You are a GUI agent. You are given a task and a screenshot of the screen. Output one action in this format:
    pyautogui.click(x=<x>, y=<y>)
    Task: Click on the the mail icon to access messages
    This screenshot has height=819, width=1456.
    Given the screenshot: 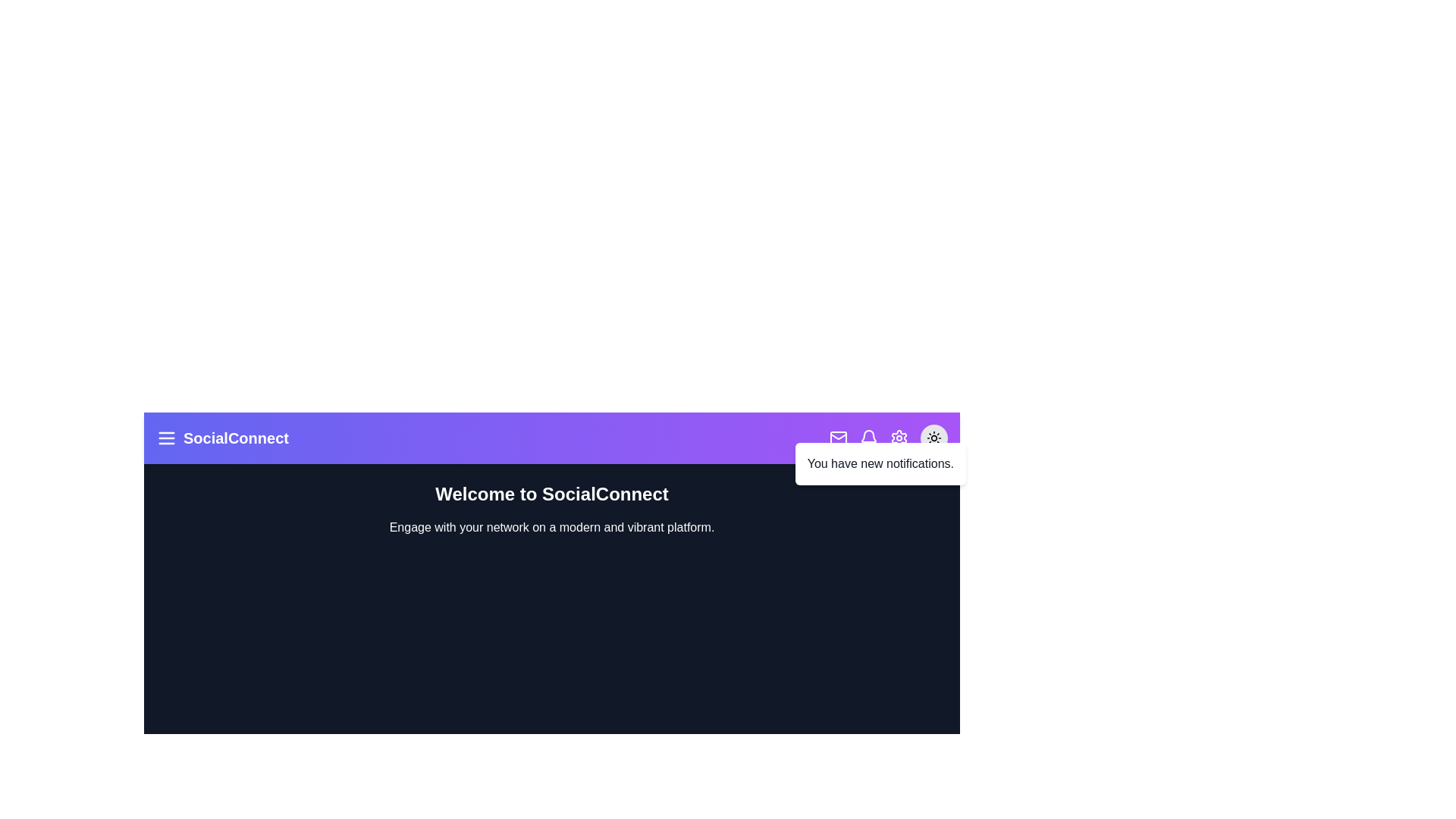 What is the action you would take?
    pyautogui.click(x=837, y=438)
    